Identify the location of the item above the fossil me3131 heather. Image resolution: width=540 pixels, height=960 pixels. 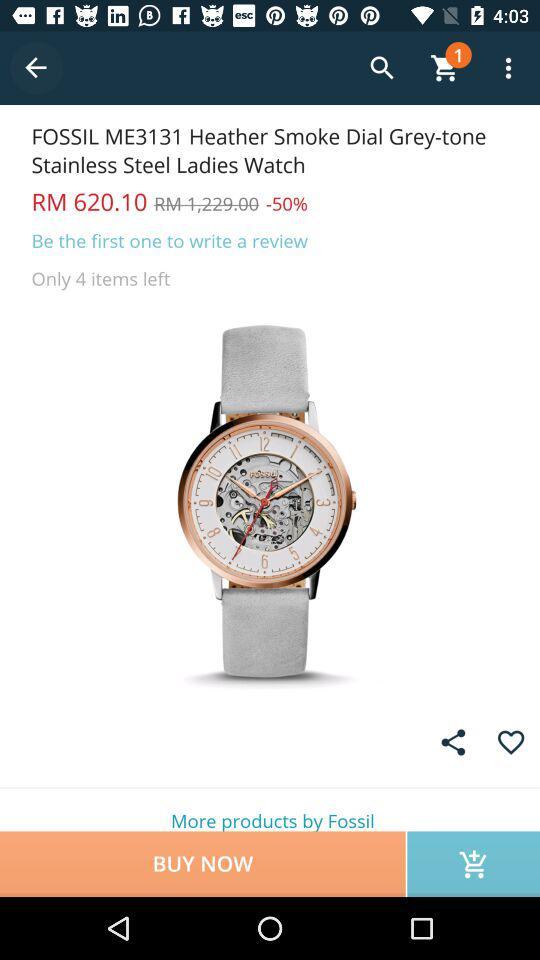
(36, 68).